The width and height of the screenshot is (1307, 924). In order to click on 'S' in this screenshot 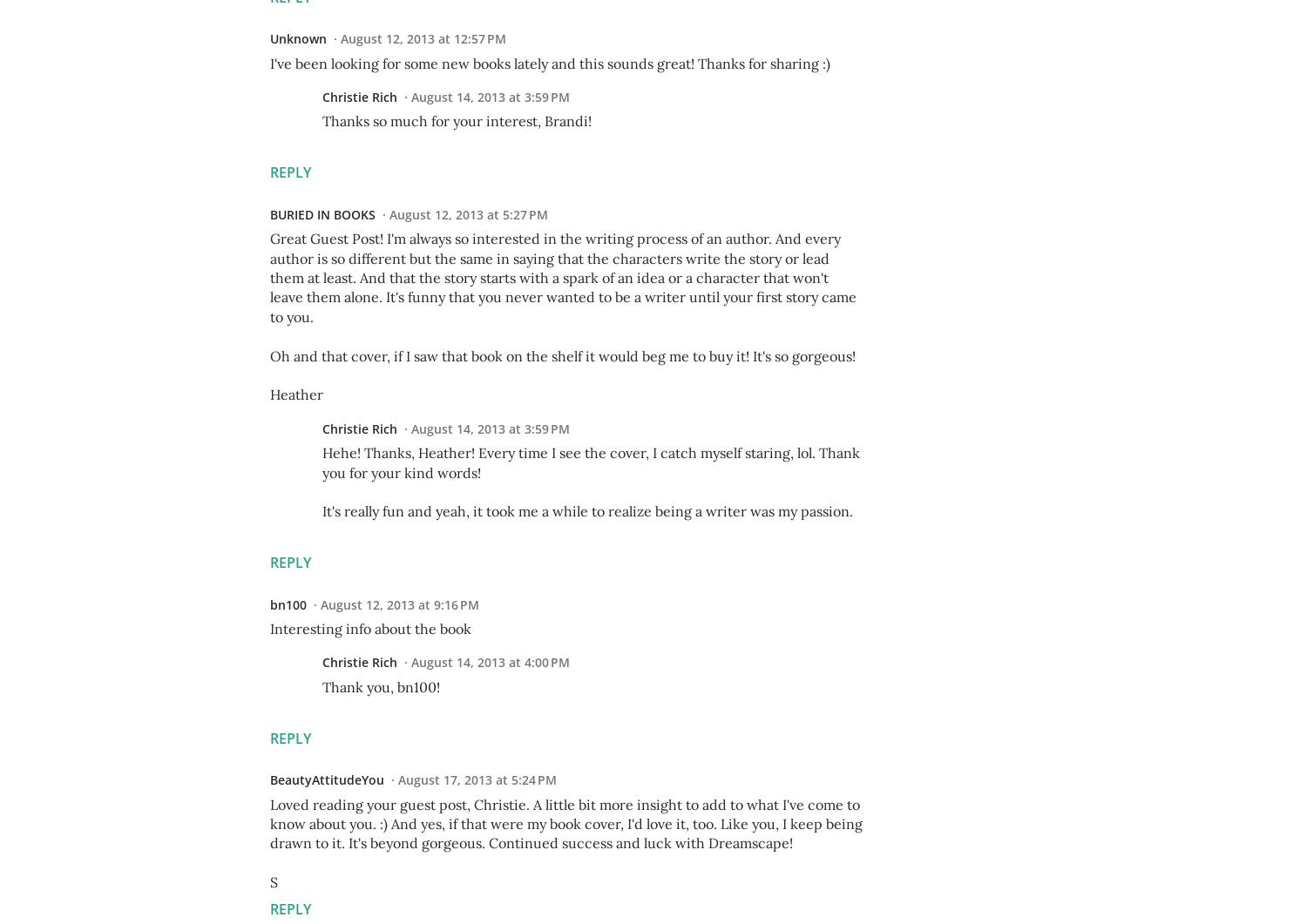, I will do `click(273, 881)`.